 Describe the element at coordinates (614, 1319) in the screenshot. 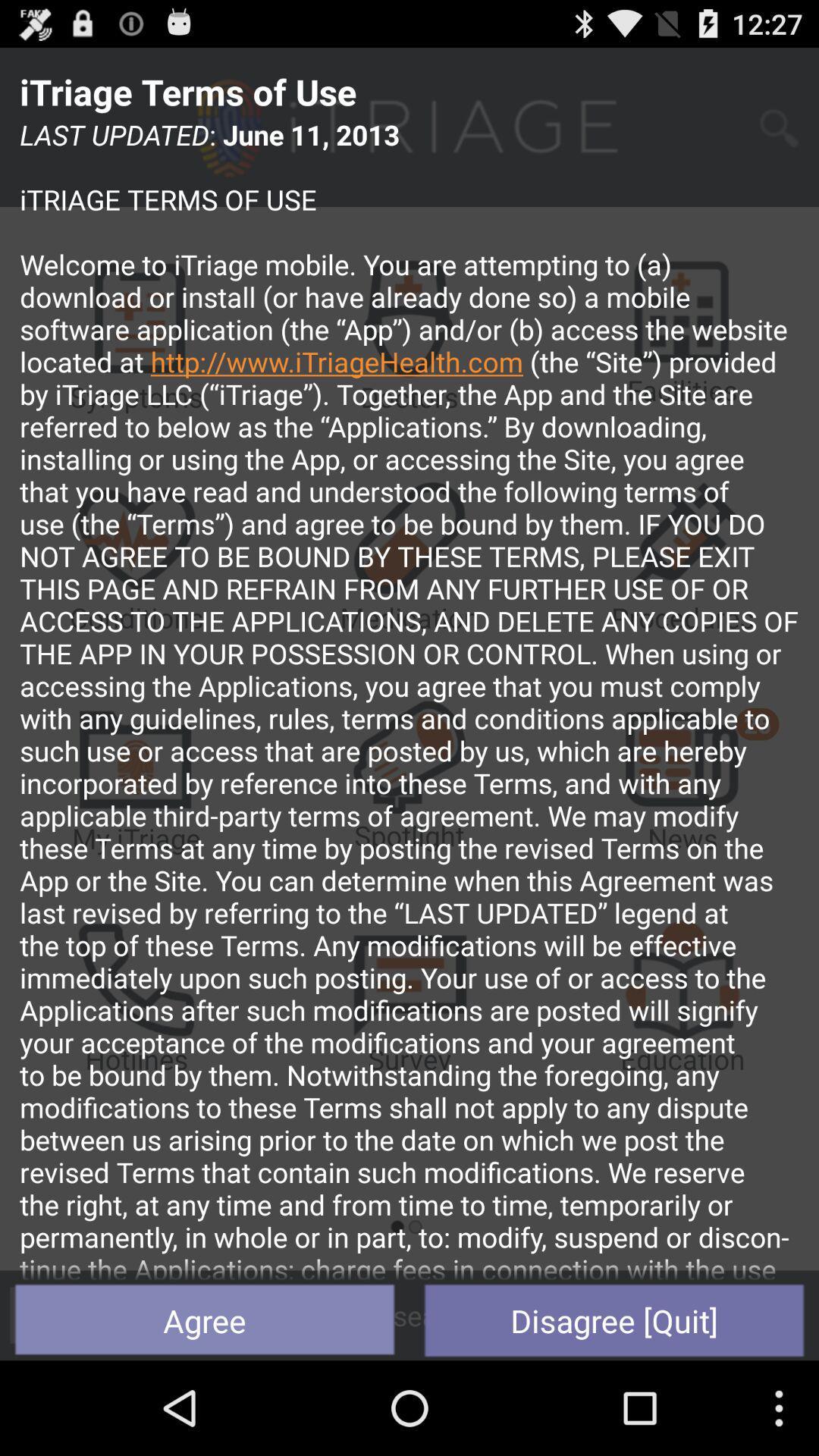

I see `the item next to the agree button` at that location.